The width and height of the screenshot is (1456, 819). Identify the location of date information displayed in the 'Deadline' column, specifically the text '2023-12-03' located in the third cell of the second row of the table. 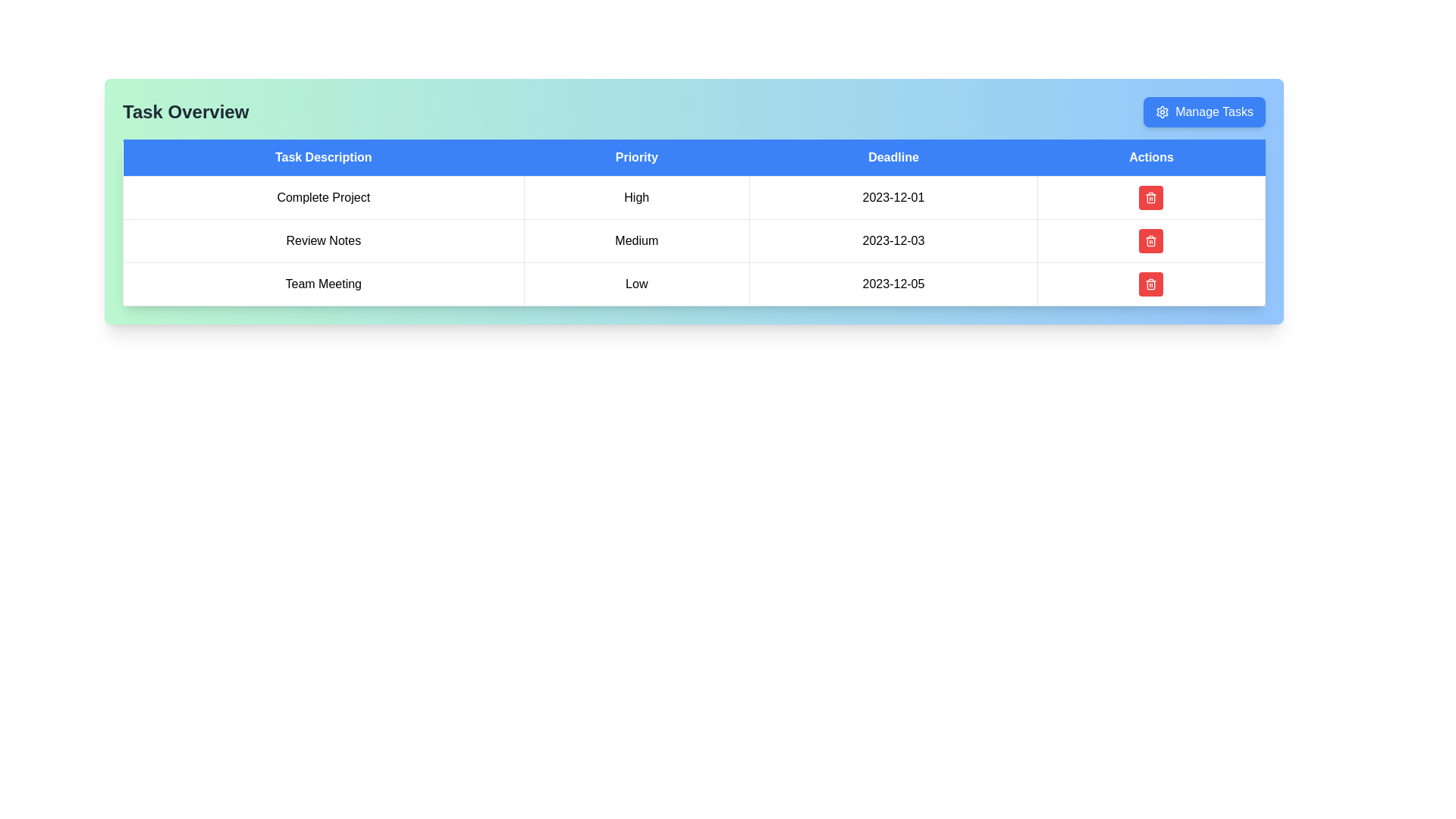
(893, 240).